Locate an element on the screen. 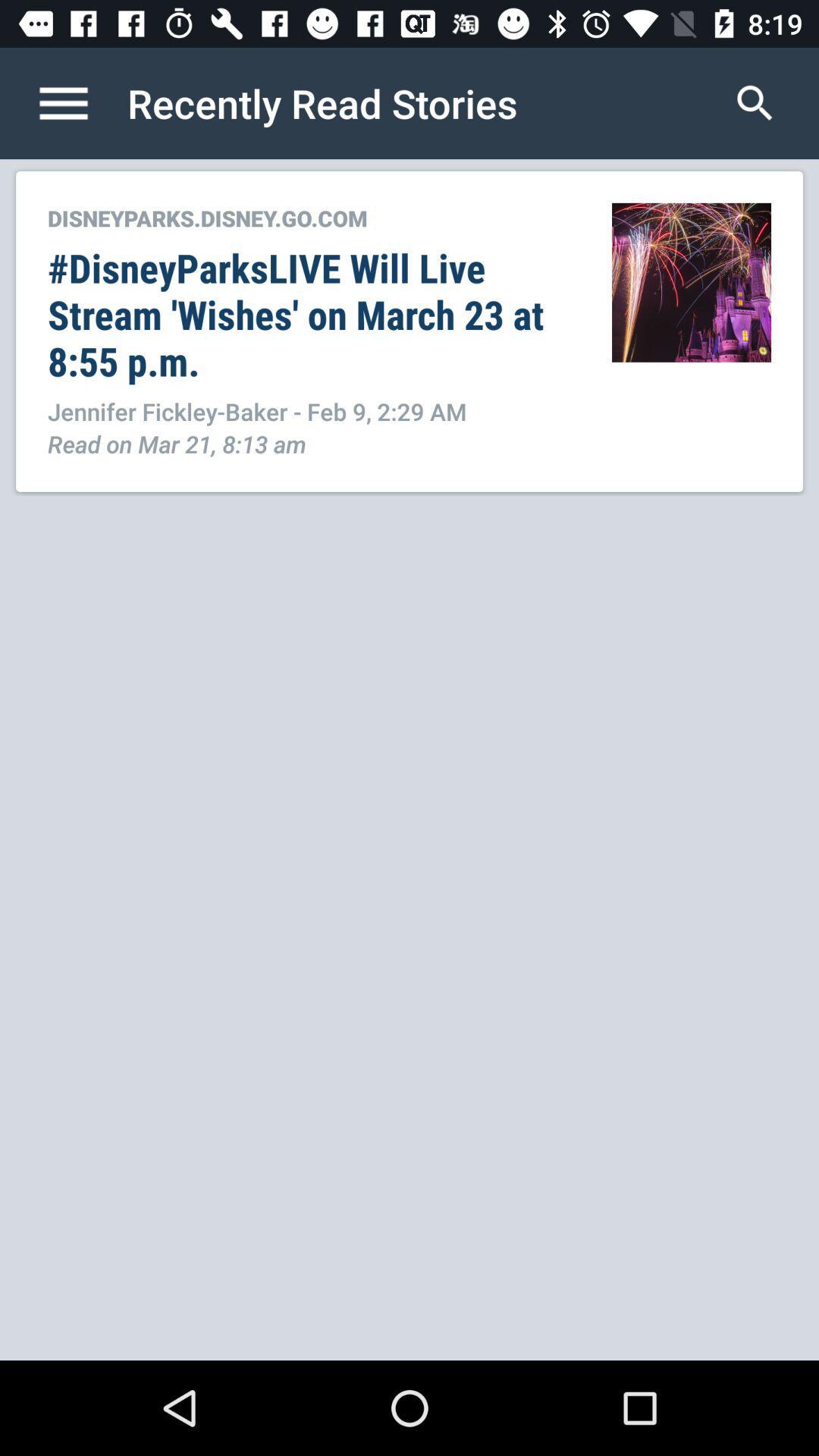  the disneyparks disney go is located at coordinates (312, 217).